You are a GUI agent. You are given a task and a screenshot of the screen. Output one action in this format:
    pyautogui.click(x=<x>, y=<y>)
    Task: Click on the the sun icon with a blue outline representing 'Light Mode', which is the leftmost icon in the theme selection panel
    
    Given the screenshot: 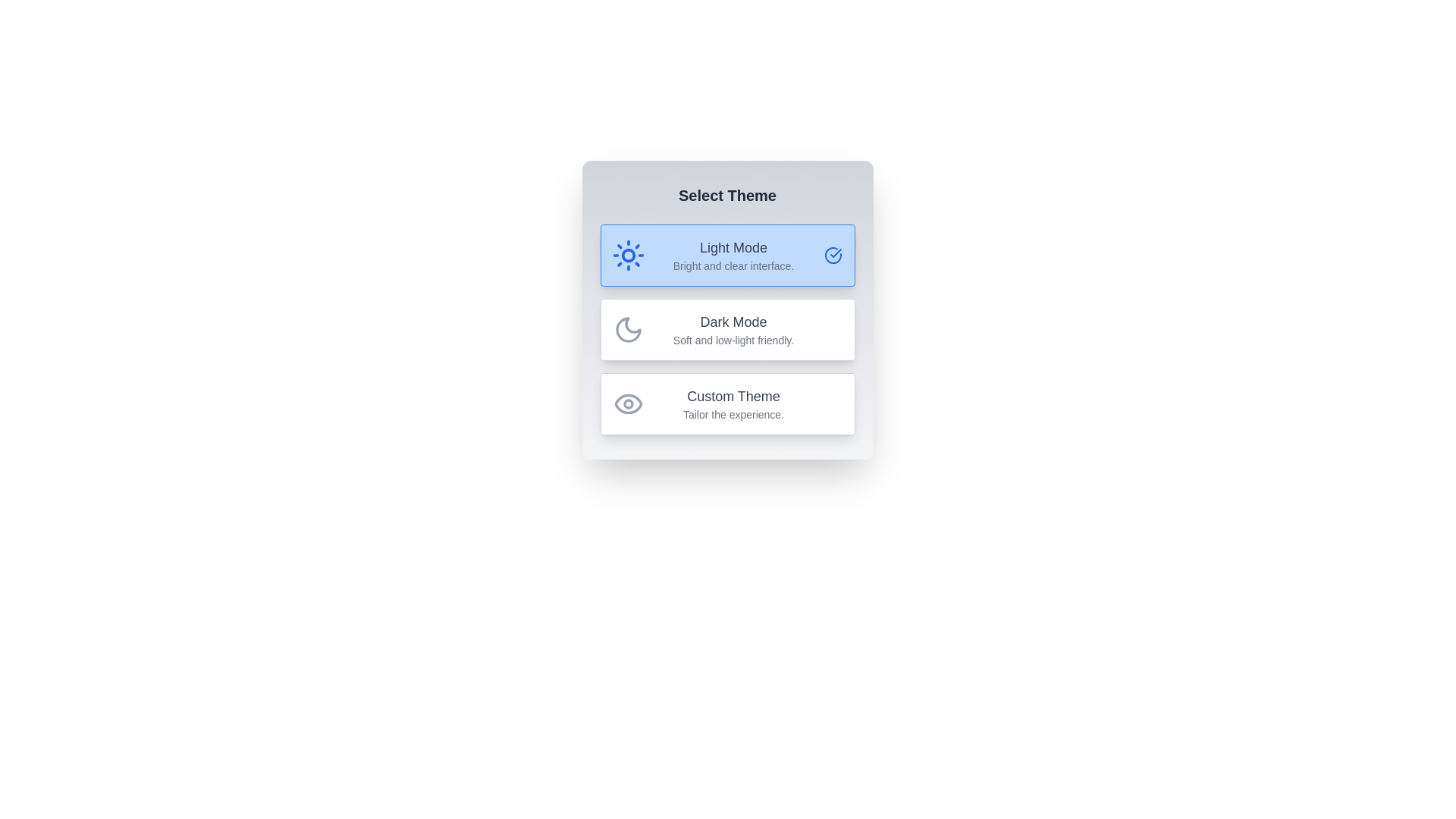 What is the action you would take?
    pyautogui.click(x=628, y=254)
    